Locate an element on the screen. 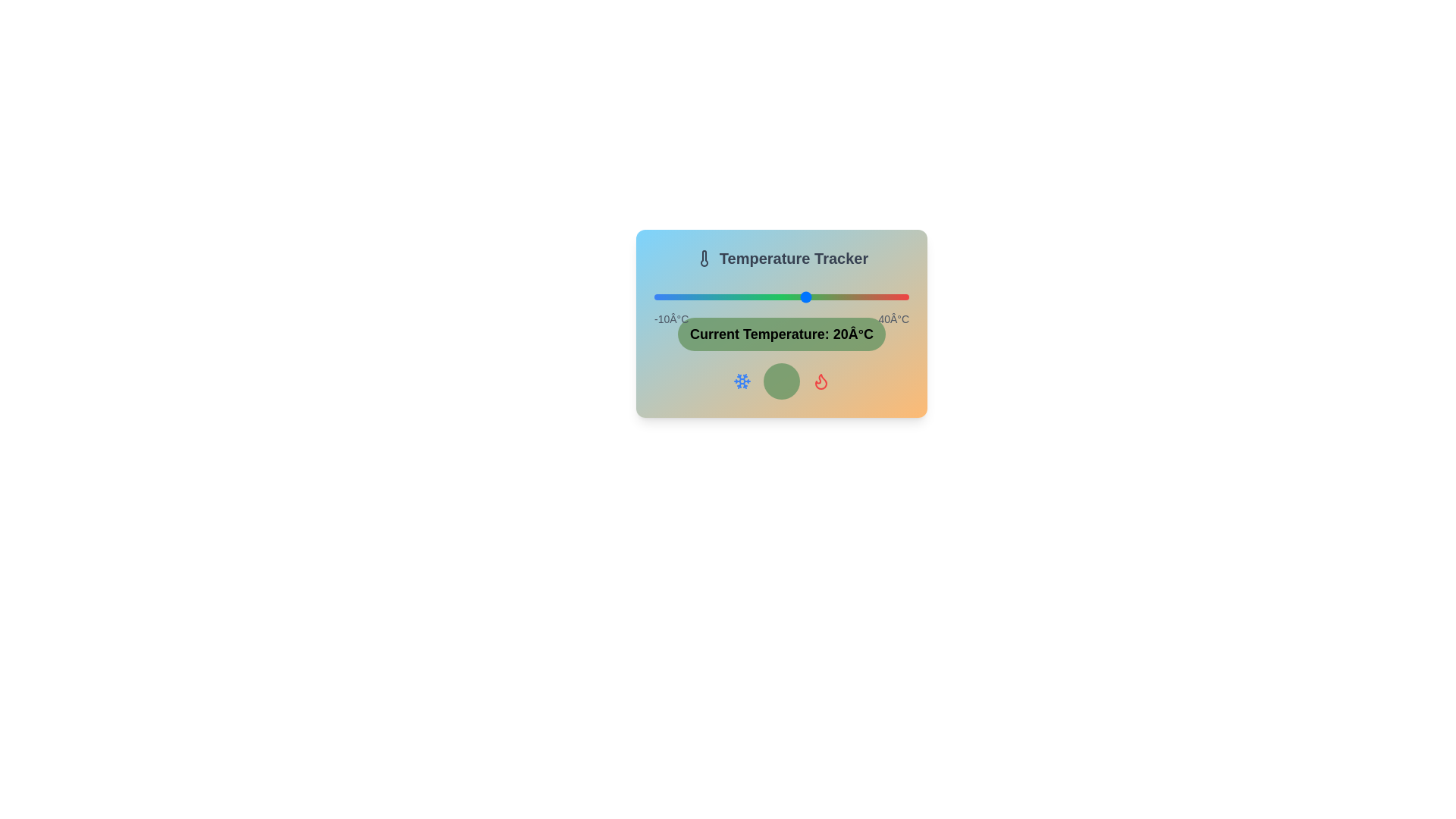 This screenshot has height=819, width=1456. the temperature slider to -2°C is located at coordinates (694, 297).